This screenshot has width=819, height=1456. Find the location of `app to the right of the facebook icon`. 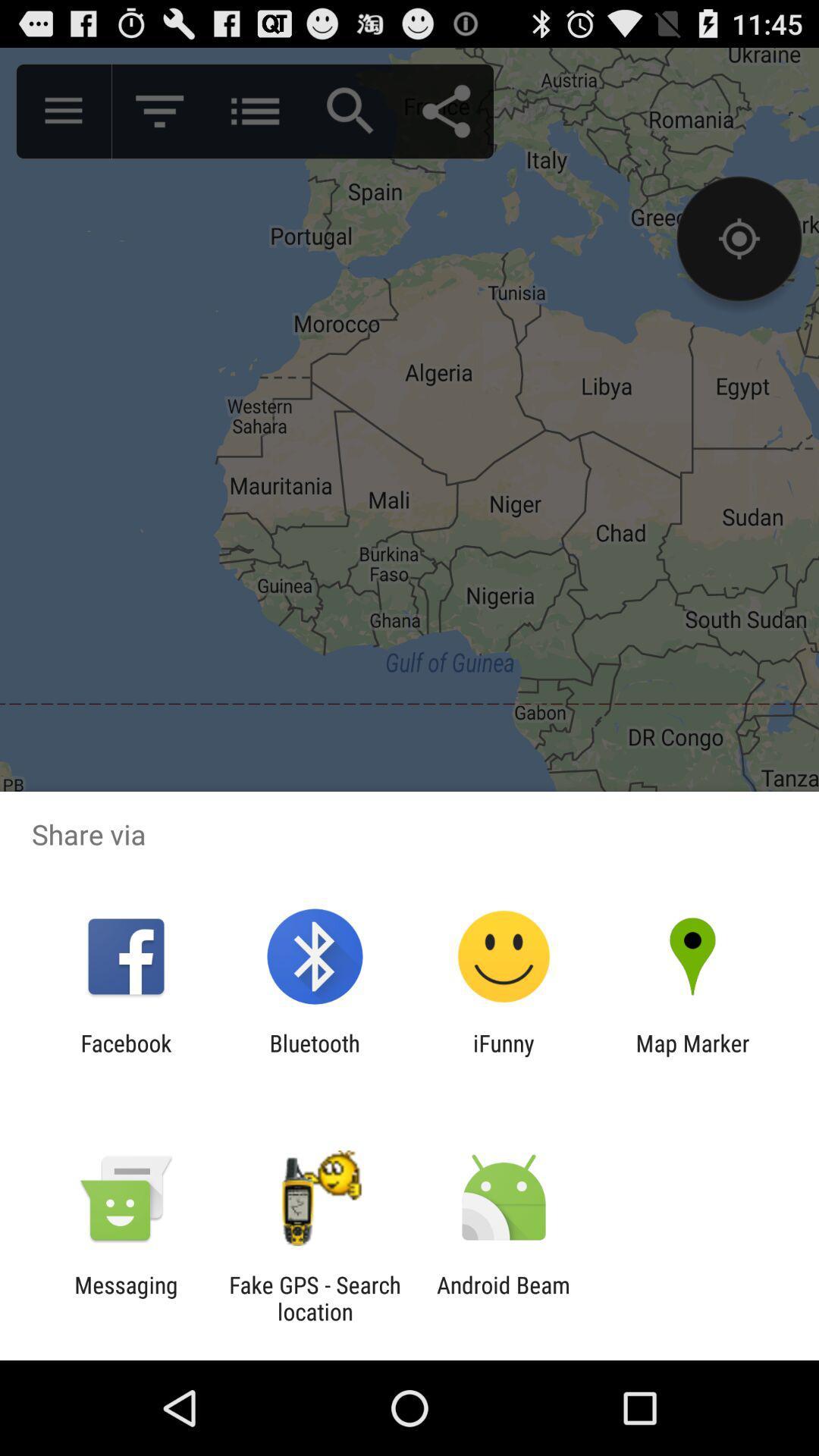

app to the right of the facebook icon is located at coordinates (314, 1056).